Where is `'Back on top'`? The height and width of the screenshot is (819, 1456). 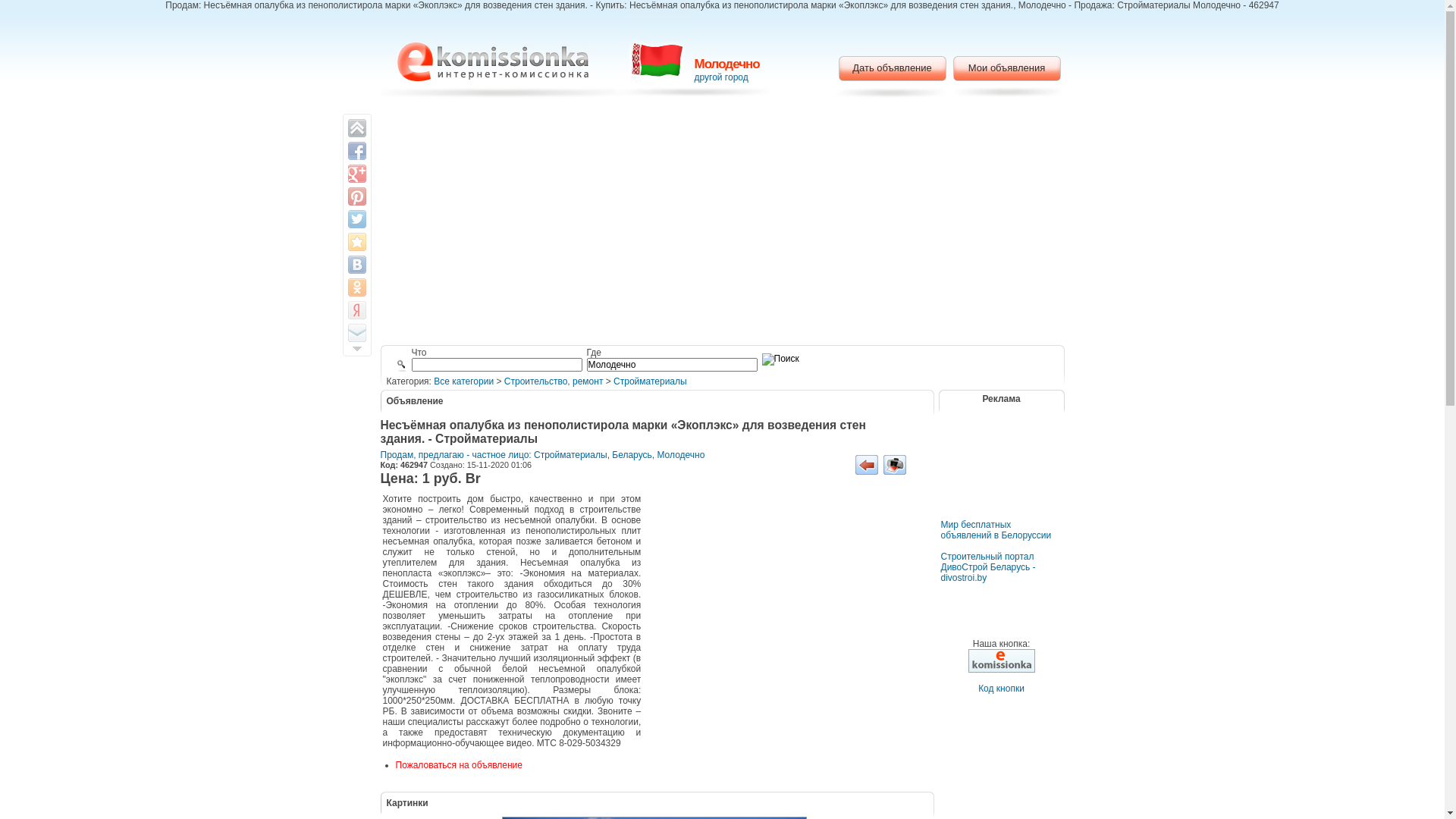
'Back on top' is located at coordinates (356, 127).